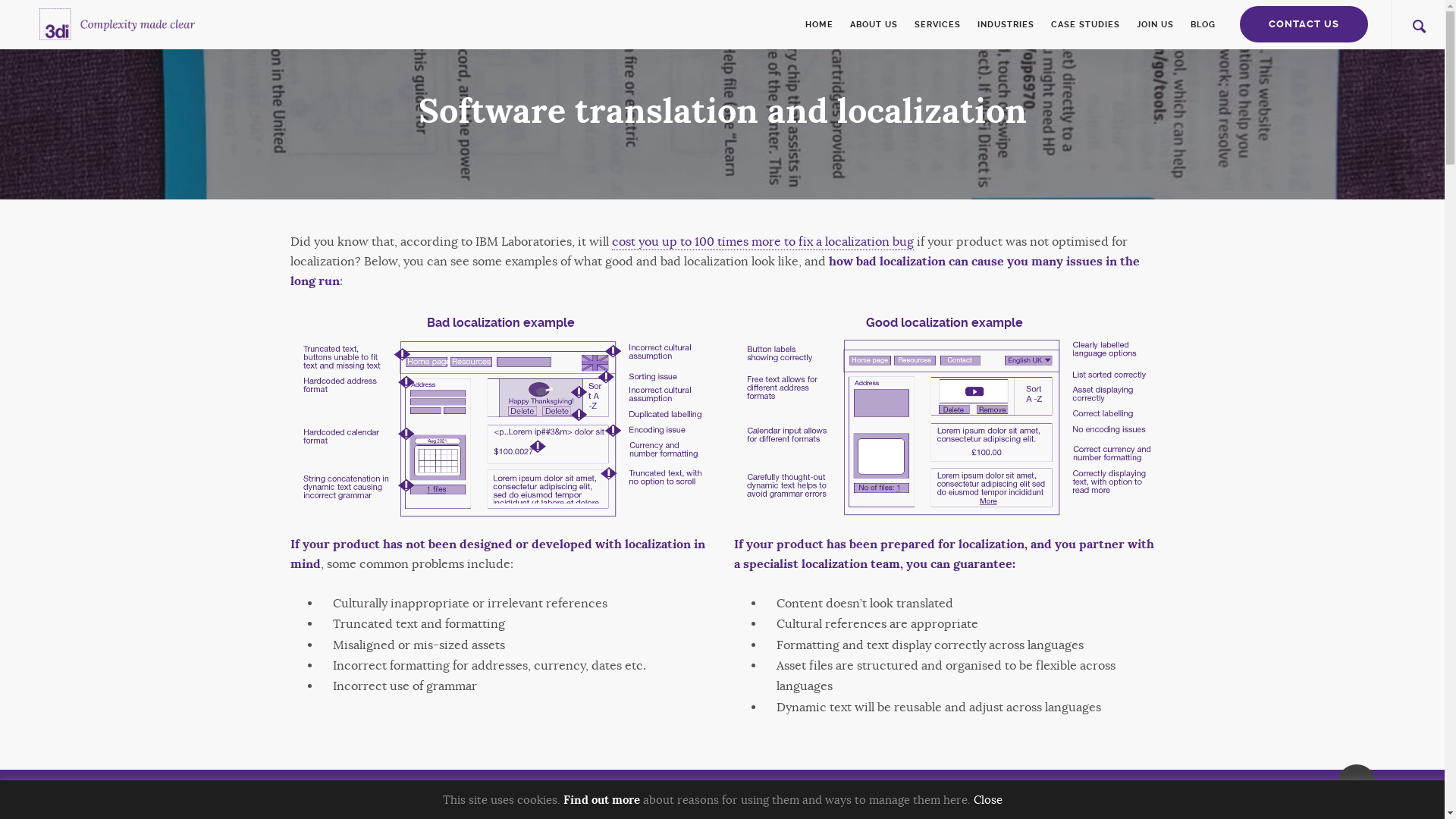 The image size is (1456, 819). Describe the element at coordinates (1197, 24) in the screenshot. I see `'BLOG'` at that location.